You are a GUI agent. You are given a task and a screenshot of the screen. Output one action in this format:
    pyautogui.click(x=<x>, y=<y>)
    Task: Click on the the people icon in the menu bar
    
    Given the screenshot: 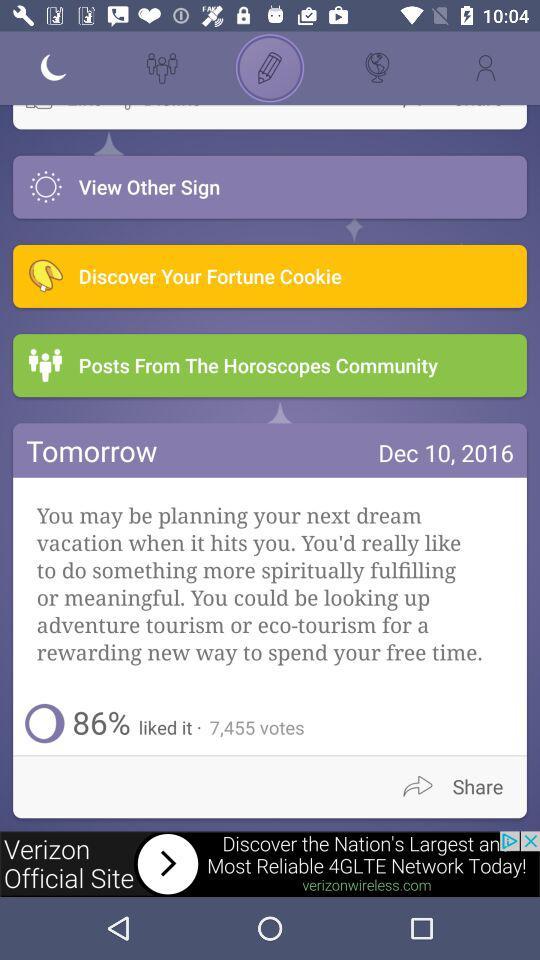 What is the action you would take?
    pyautogui.click(x=161, y=68)
    